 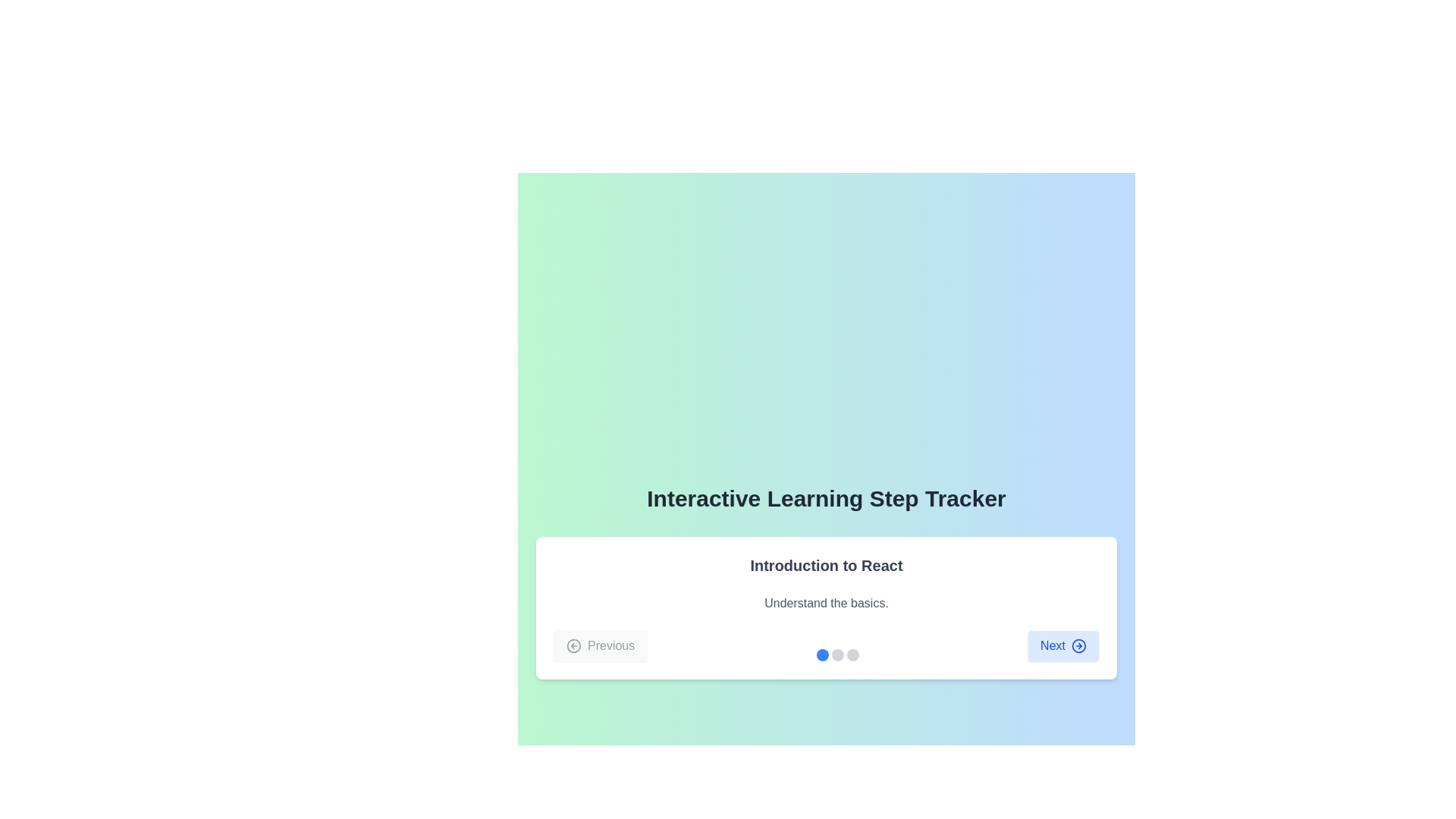 What do you see at coordinates (825, 646) in the screenshot?
I see `the circular indicator in the navigation bar located at the bottom of the 'Introduction to React' section to jump to a specific step` at bounding box center [825, 646].